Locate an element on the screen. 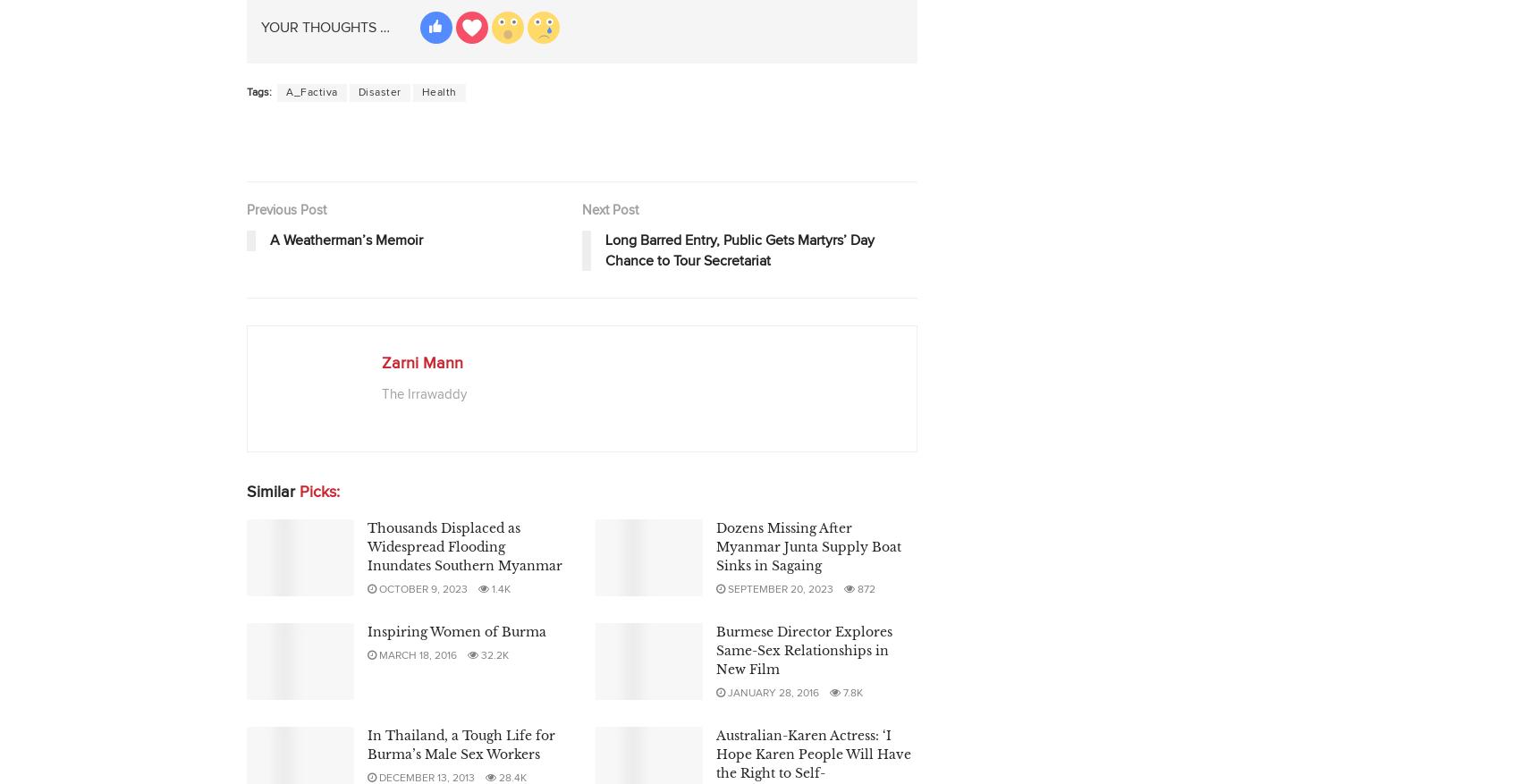 The height and width of the screenshot is (784, 1513). 'March 18, 2016' is located at coordinates (415, 655).